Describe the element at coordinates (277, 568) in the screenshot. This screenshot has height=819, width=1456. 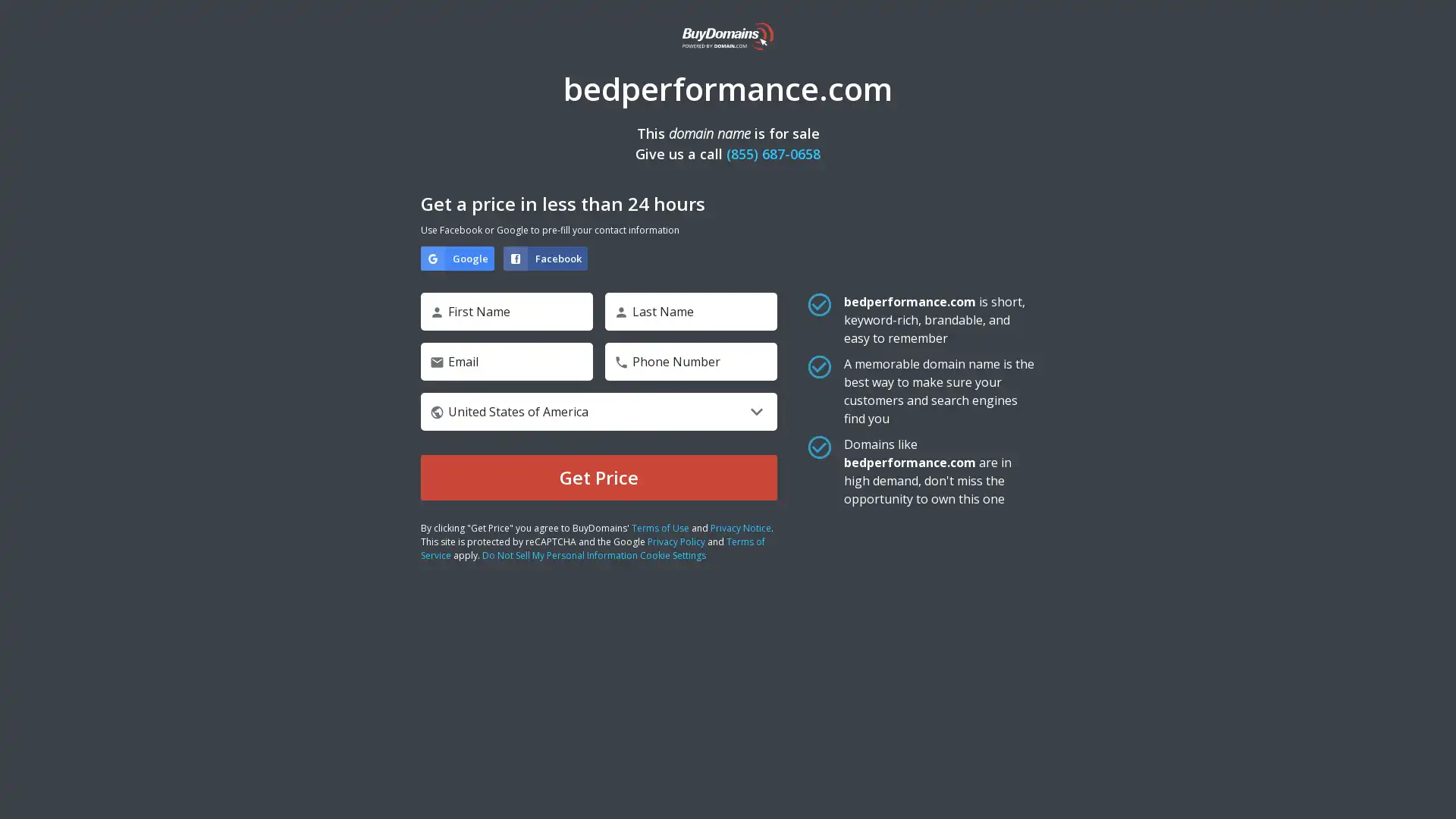
I see `Close` at that location.